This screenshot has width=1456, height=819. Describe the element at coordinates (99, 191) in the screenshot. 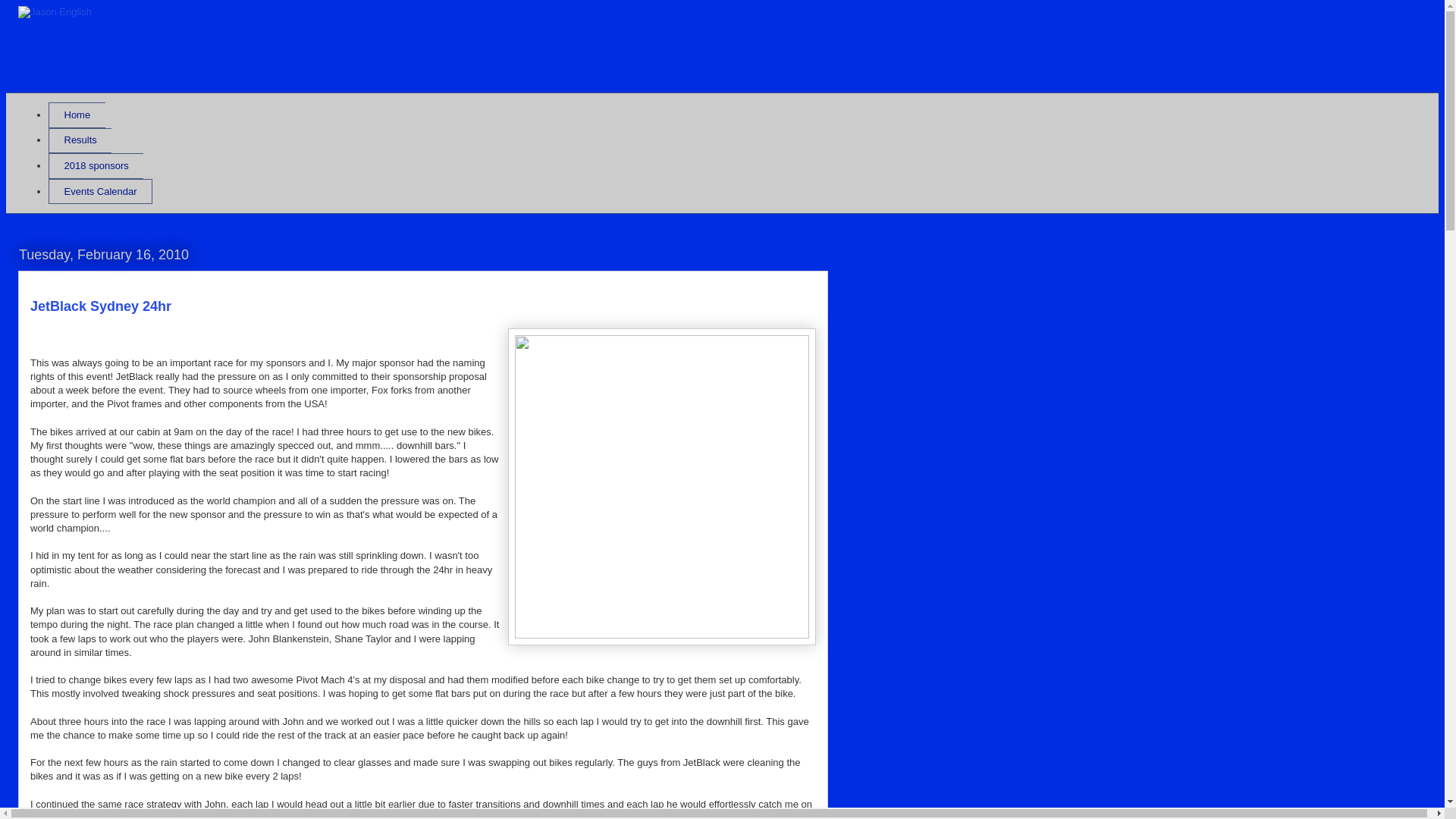

I see `'Events Calendar'` at that location.